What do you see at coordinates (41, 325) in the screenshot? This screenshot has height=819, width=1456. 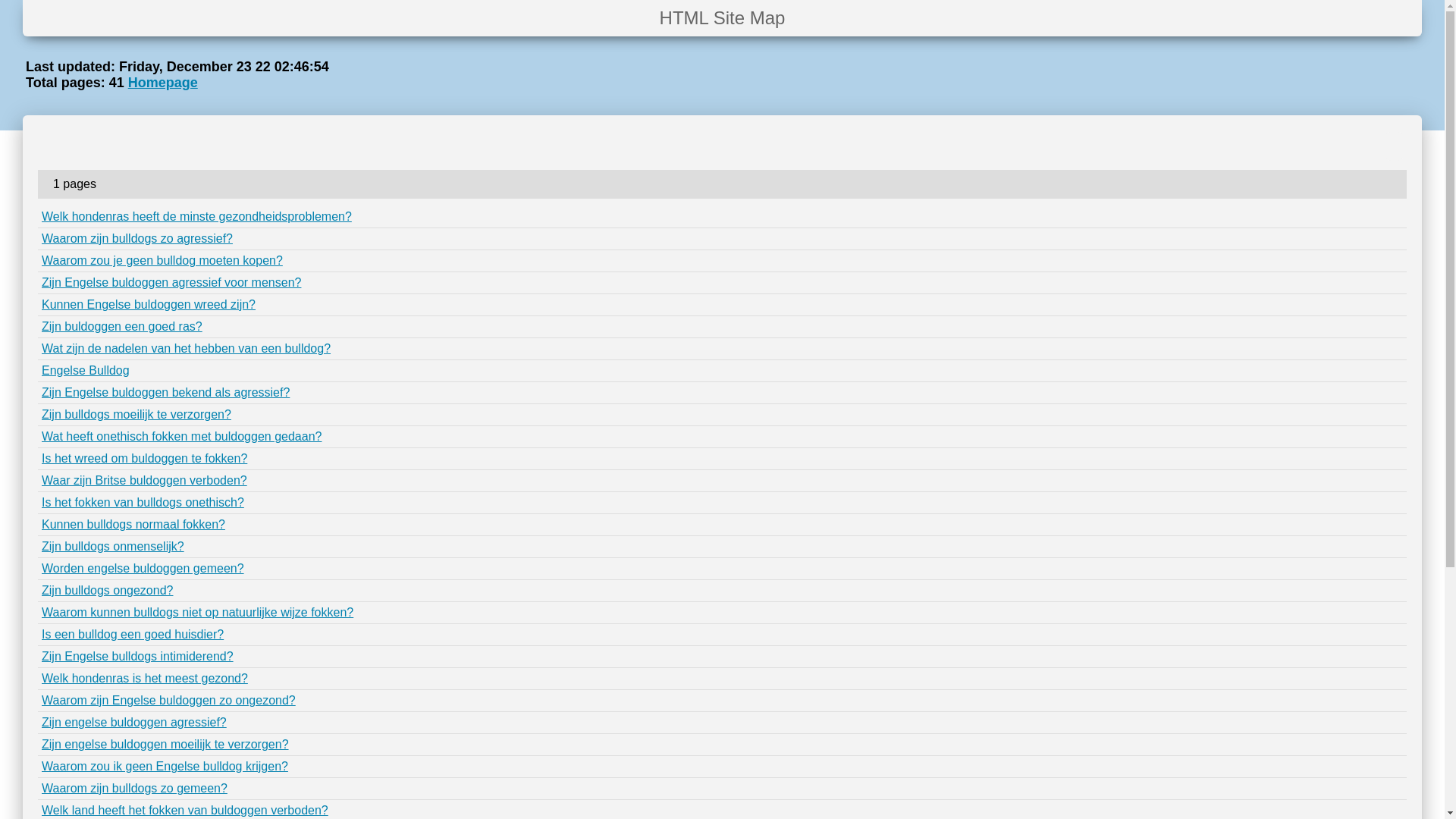 I see `'Zijn buldoggen een goed ras?'` at bounding box center [41, 325].